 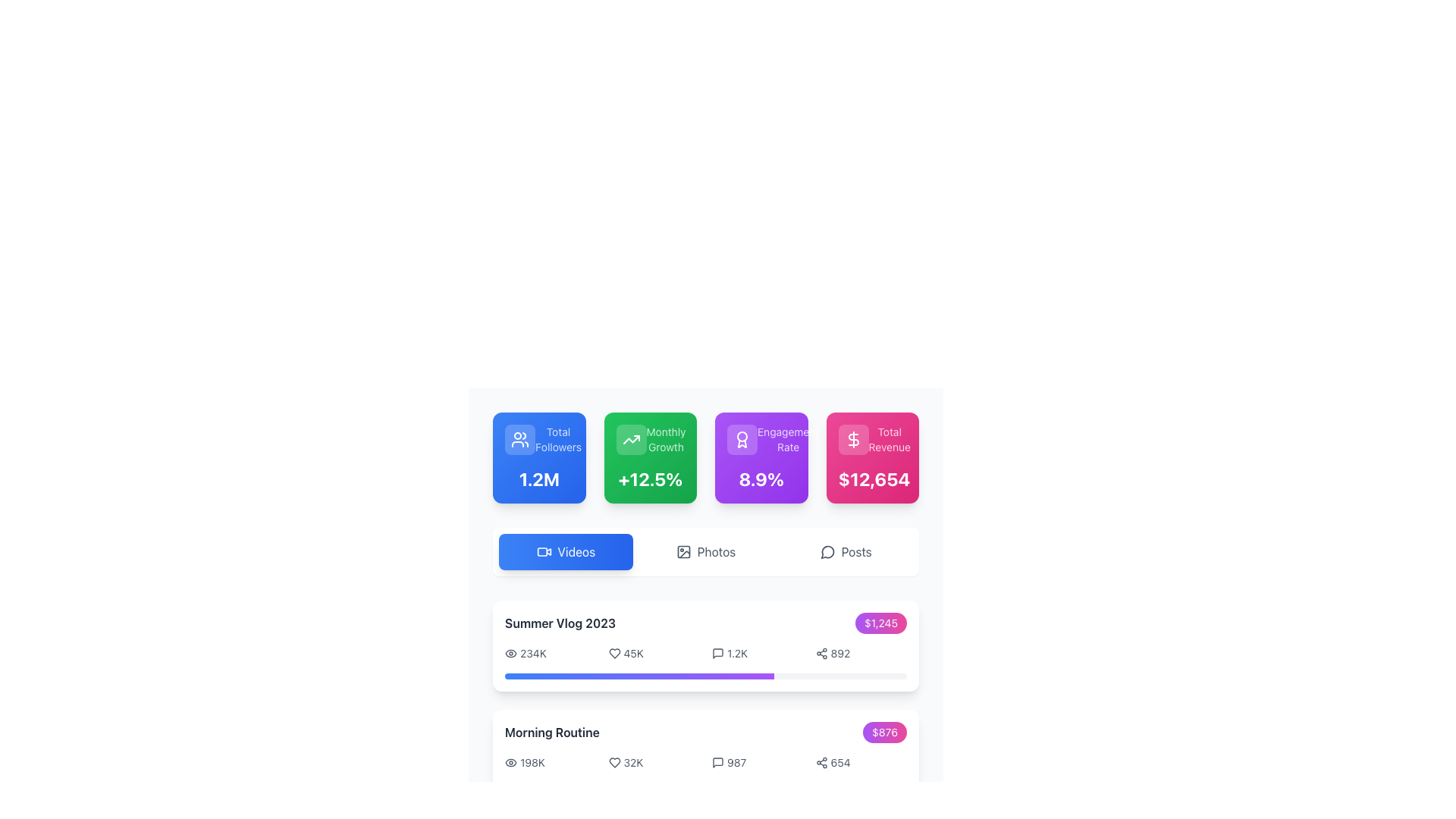 What do you see at coordinates (737, 652) in the screenshot?
I see `the numeric text '1.2K' adjacent to the chat bubble icon in the second row of metrics under the 'Summer Vlog 2023' section` at bounding box center [737, 652].